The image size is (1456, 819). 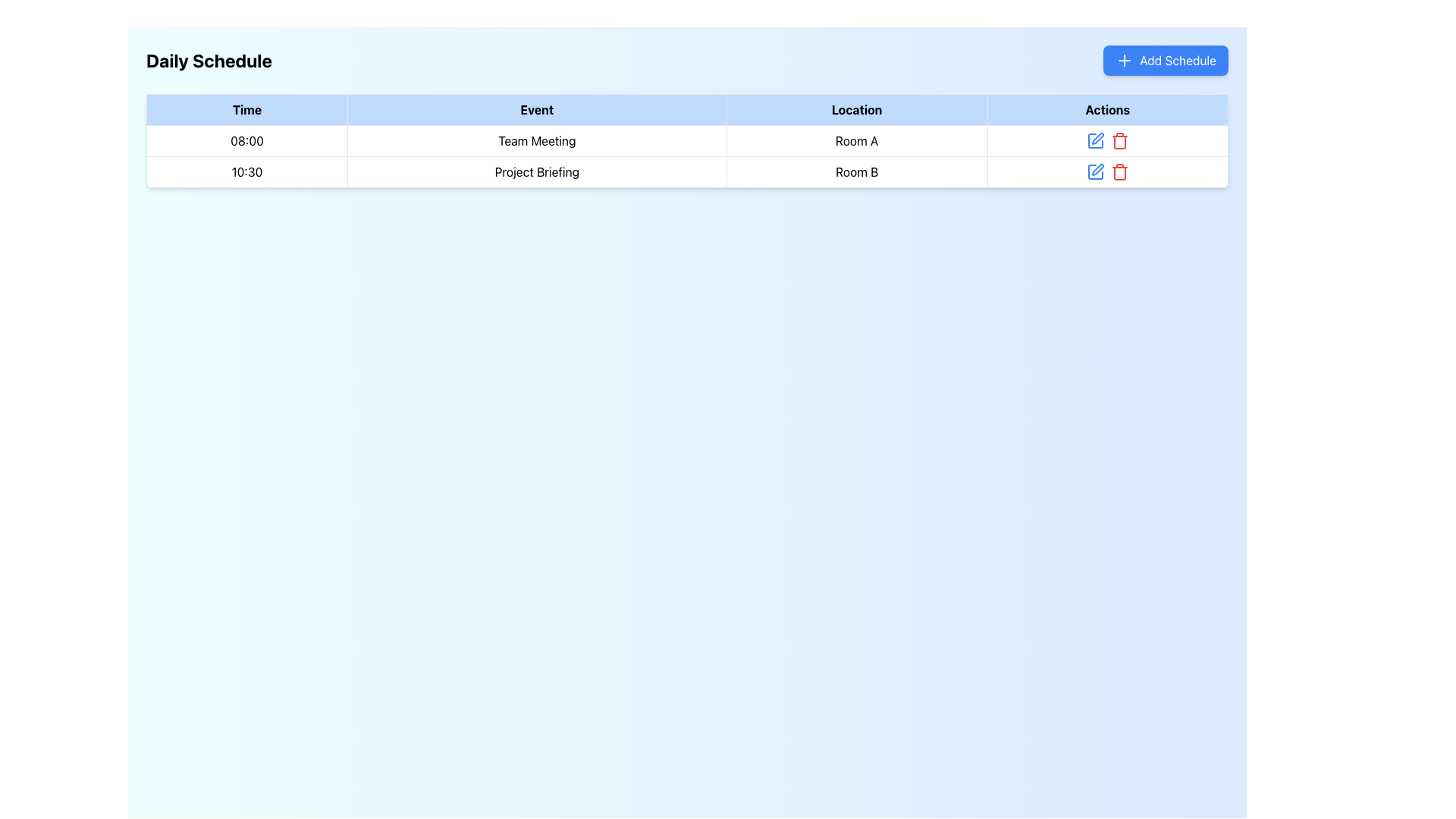 What do you see at coordinates (537, 171) in the screenshot?
I see `the text label displaying 'Project Briefing', which is located in the middle column of the second row of the table under the 'Event' column` at bounding box center [537, 171].